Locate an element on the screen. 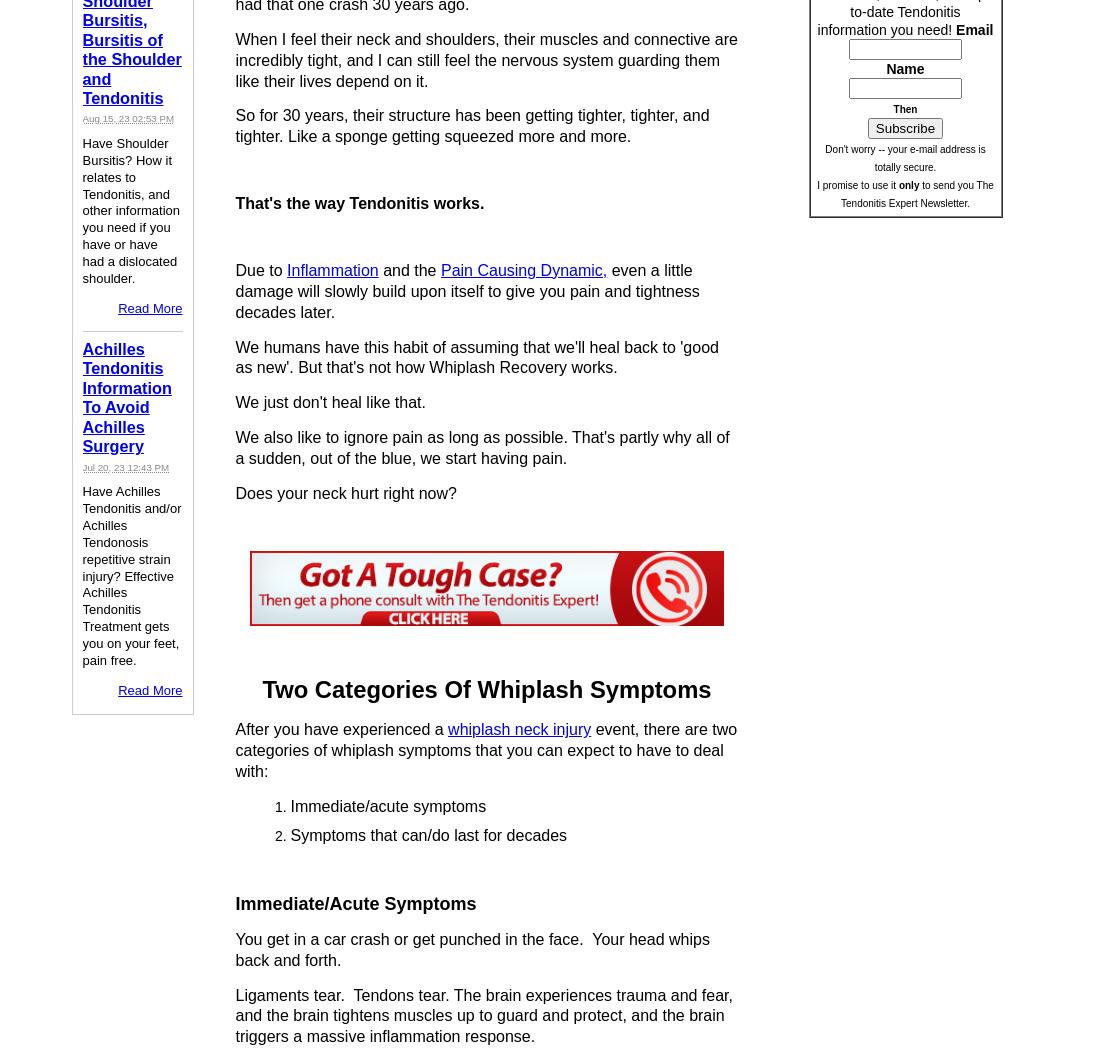  'Does your neck hurt right now?' is located at coordinates (345, 491).